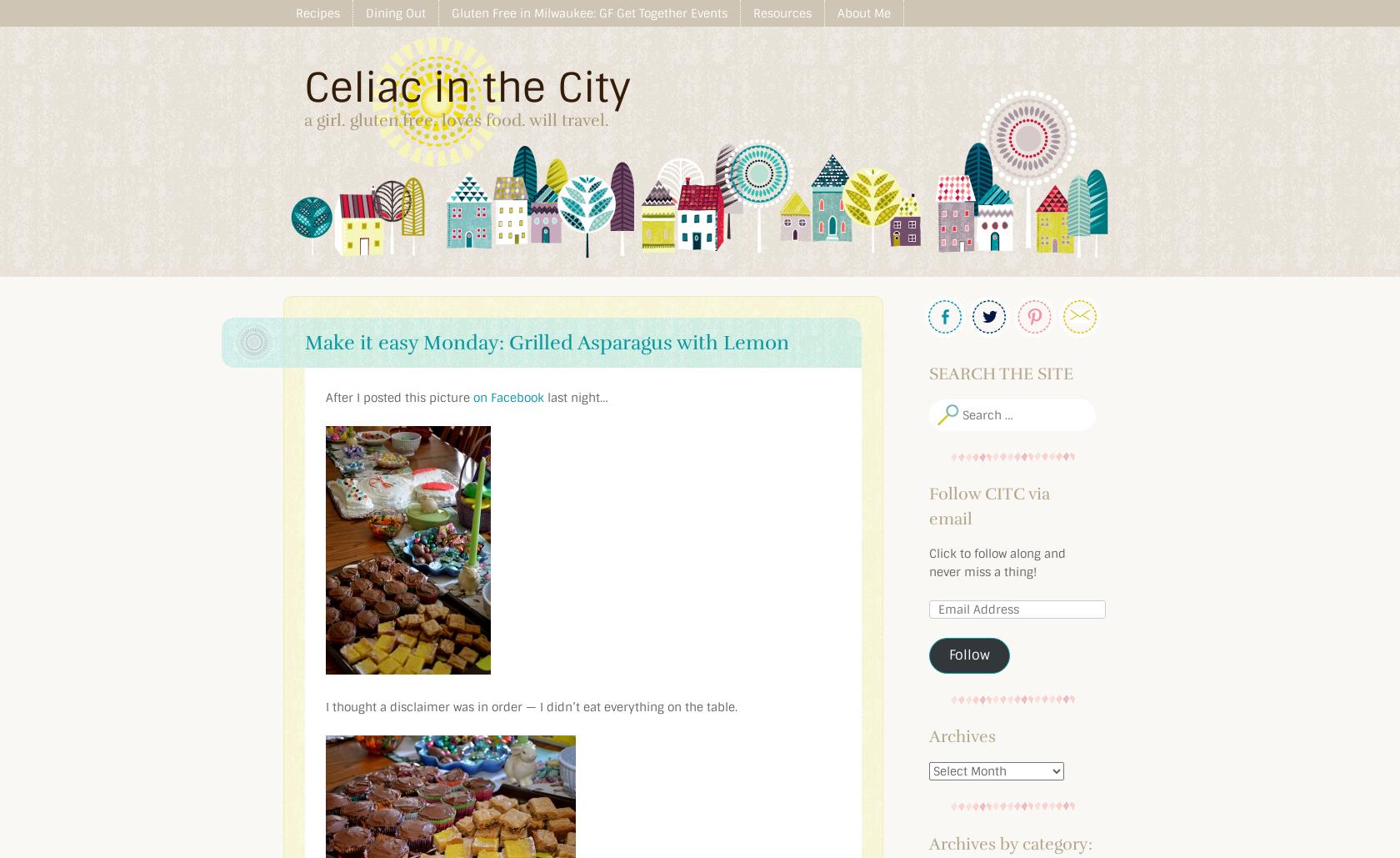 This screenshot has height=858, width=1400. What do you see at coordinates (576, 397) in the screenshot?
I see `'last night…'` at bounding box center [576, 397].